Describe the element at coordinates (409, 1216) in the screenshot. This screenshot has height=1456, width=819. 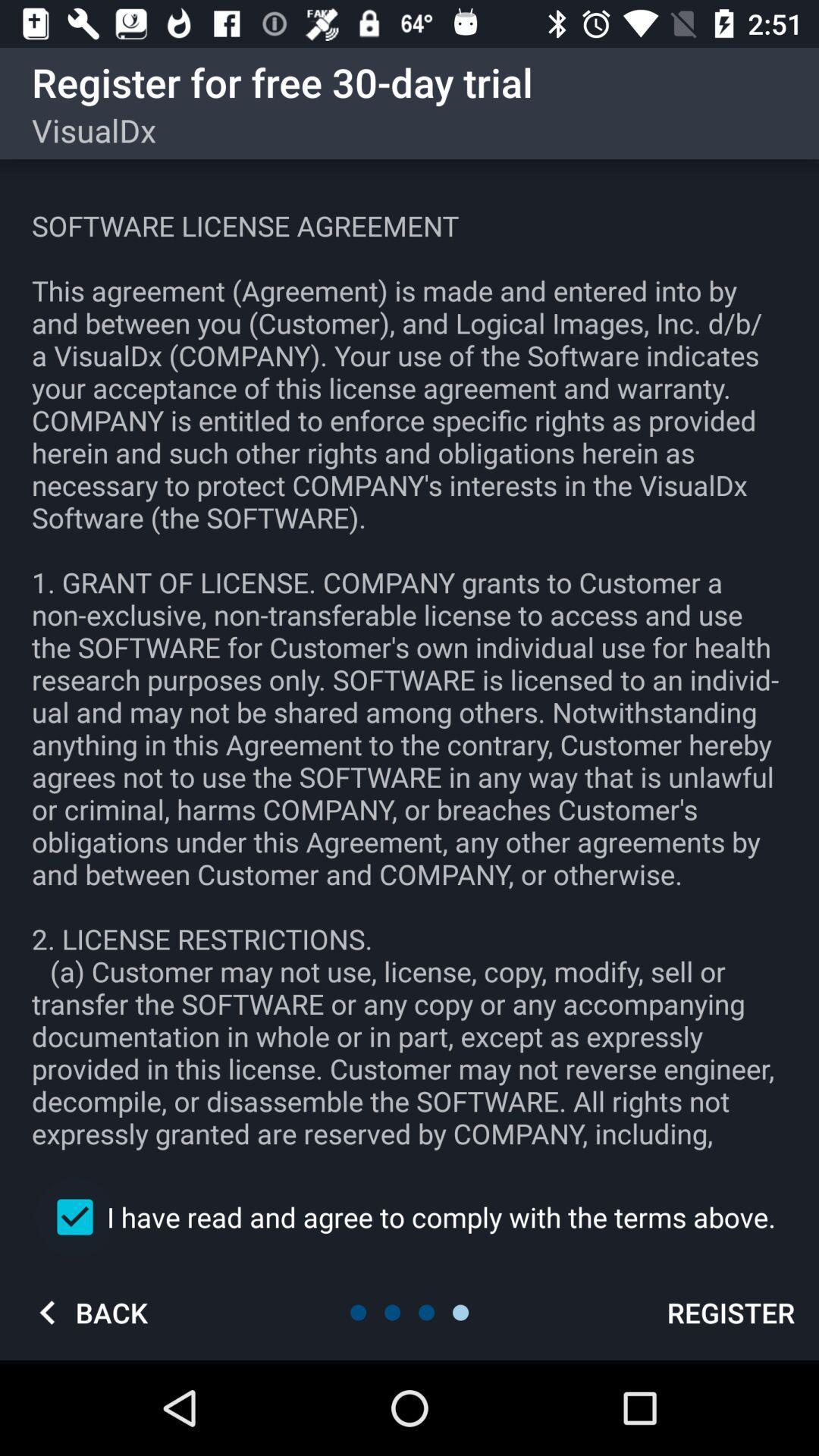
I see `the item above the back icon` at that location.